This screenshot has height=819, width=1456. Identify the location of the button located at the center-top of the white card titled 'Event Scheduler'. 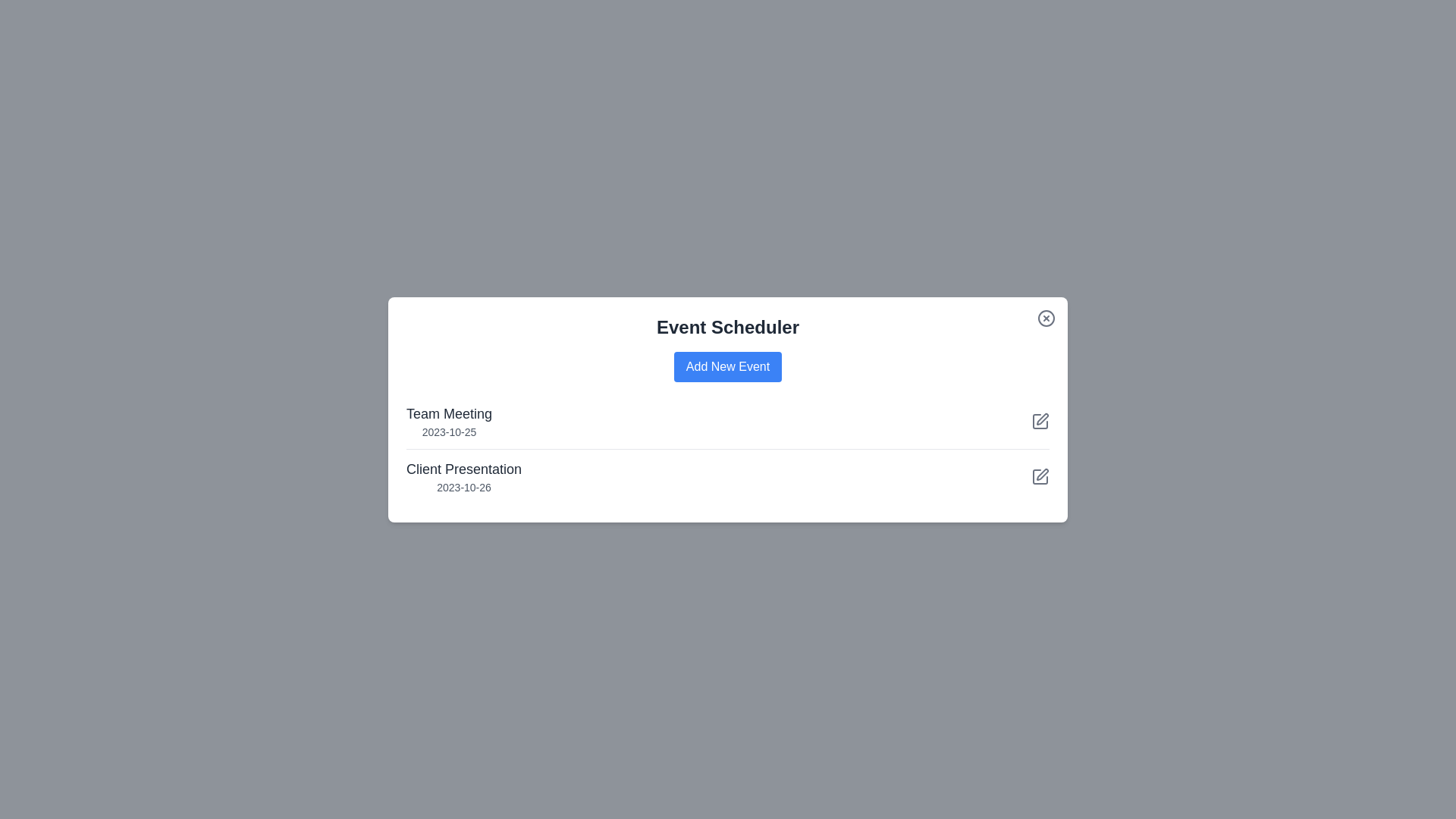
(728, 366).